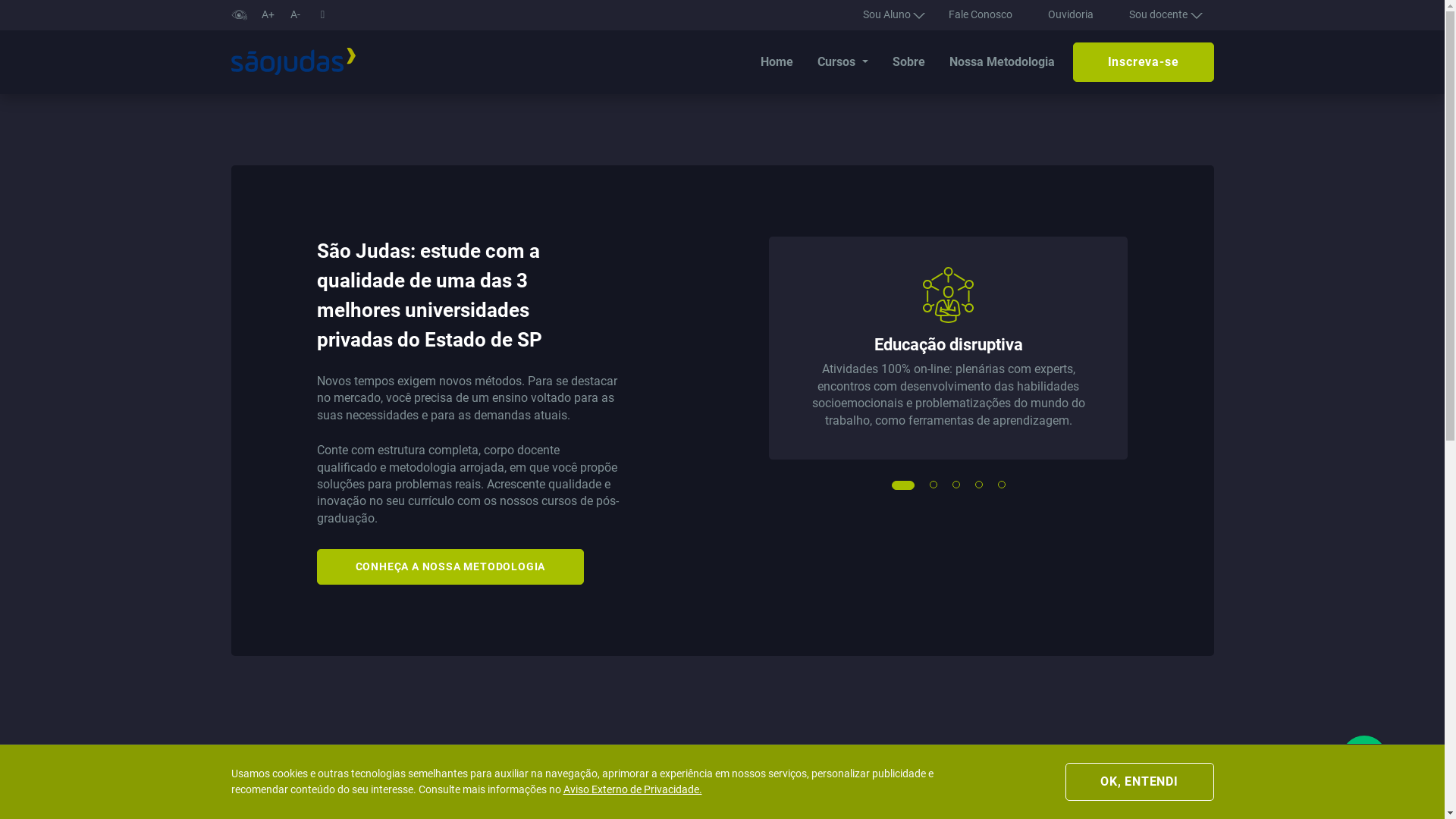 This screenshot has width=1456, height=819. I want to click on 'Aviso Externo de Privacidade.', so click(632, 789).